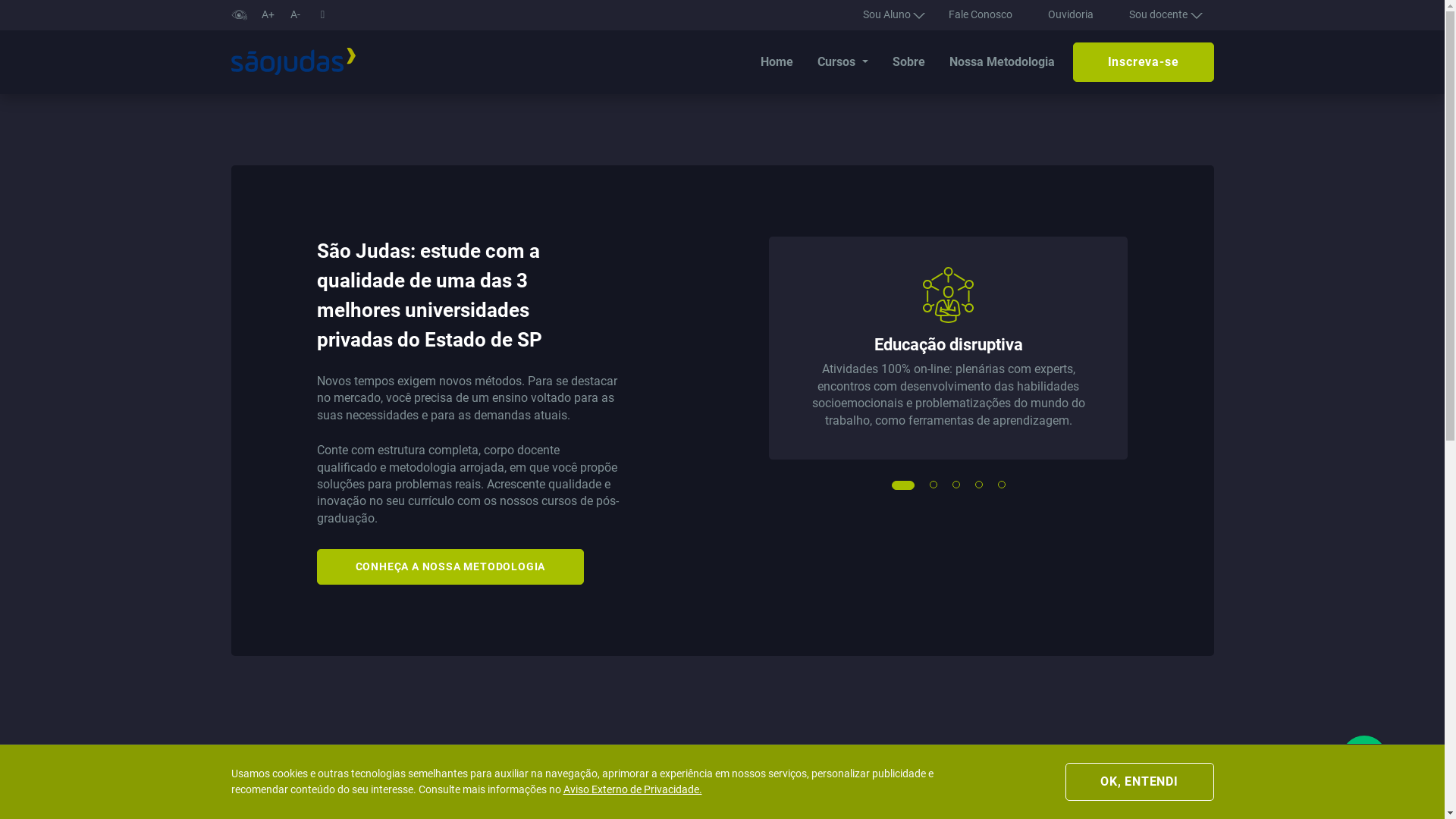 This screenshot has width=1456, height=819. I want to click on 'Aviso Externo de Privacidade.', so click(632, 789).